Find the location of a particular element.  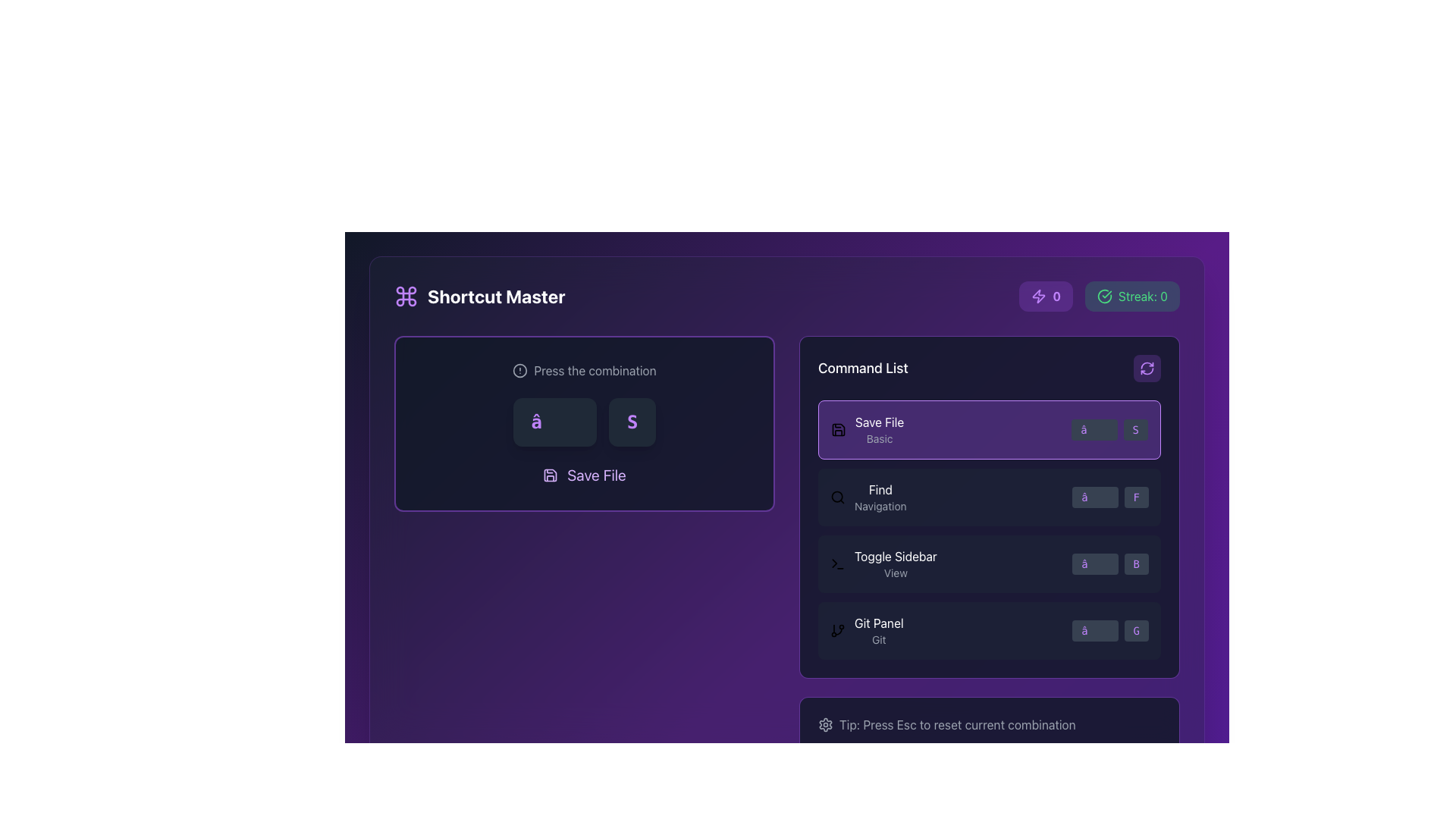

the instructional Text label with accompanying icon located near the upper-left corner of the central content box, situated above highlighted items and the 'Save File' label is located at coordinates (584, 371).